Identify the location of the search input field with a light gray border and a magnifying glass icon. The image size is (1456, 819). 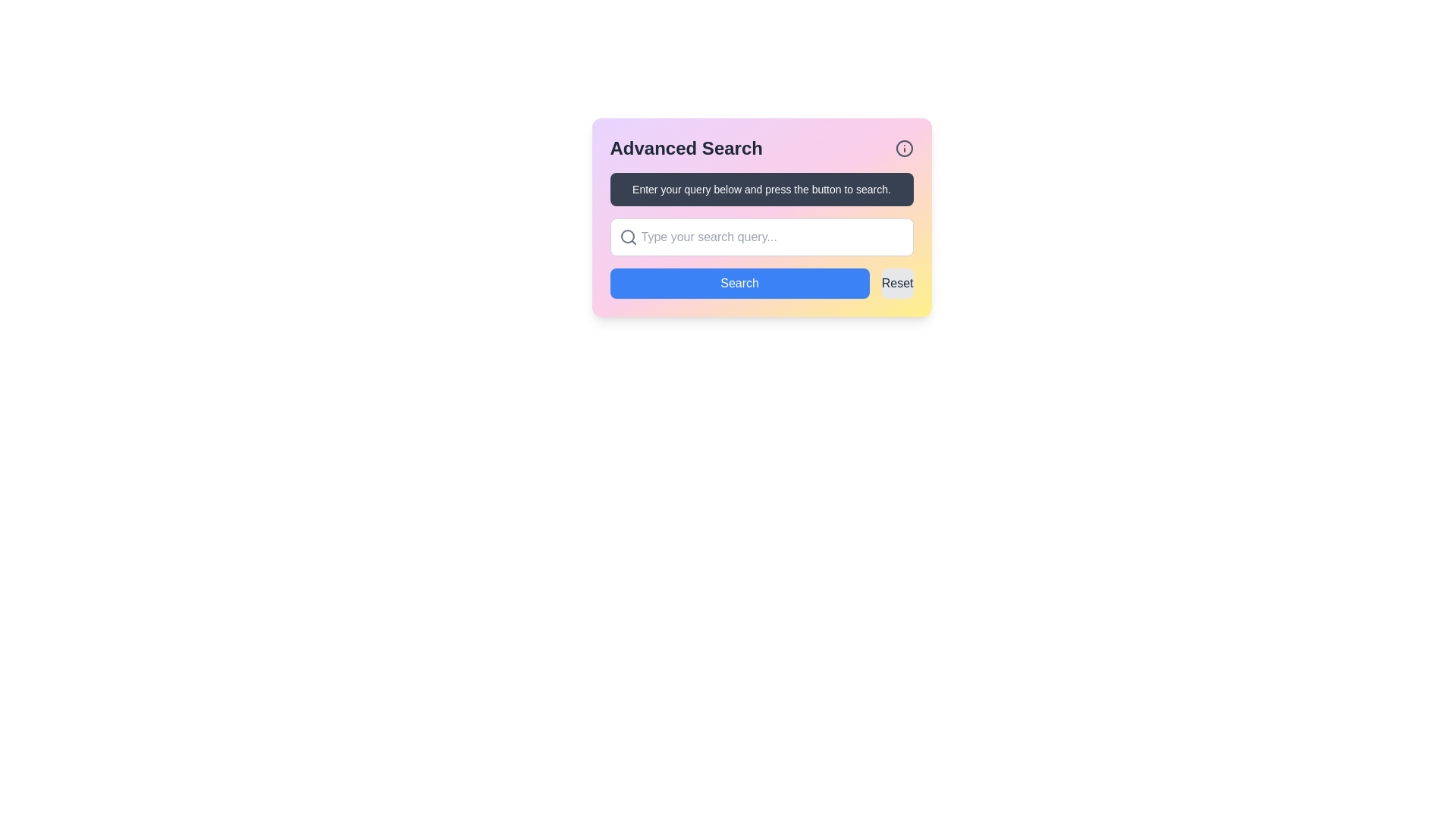
(761, 237).